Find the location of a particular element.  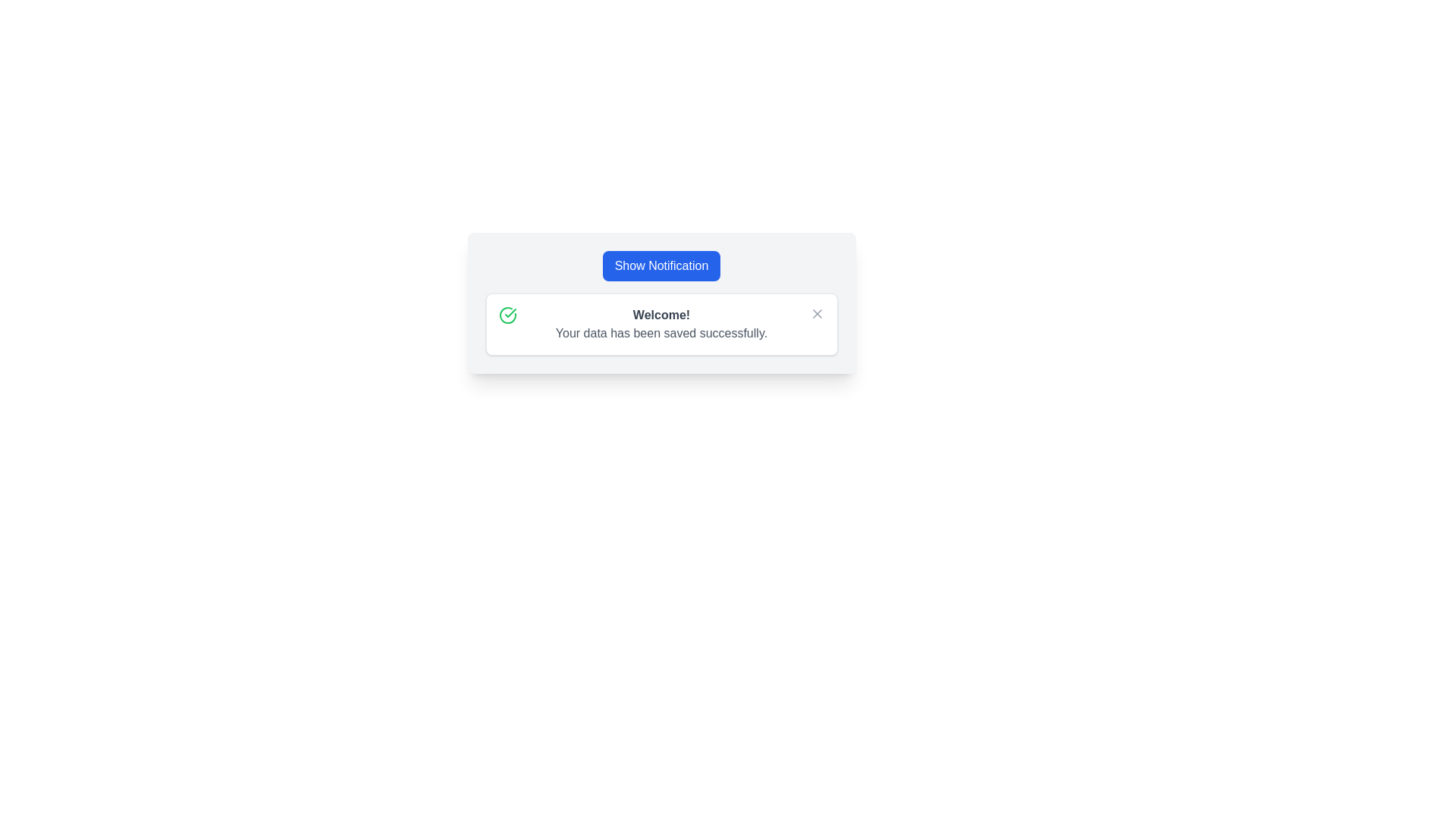

the green circular success icon with a checkmark located to the left of the 'Welcome!' text in the notification panel is located at coordinates (507, 315).